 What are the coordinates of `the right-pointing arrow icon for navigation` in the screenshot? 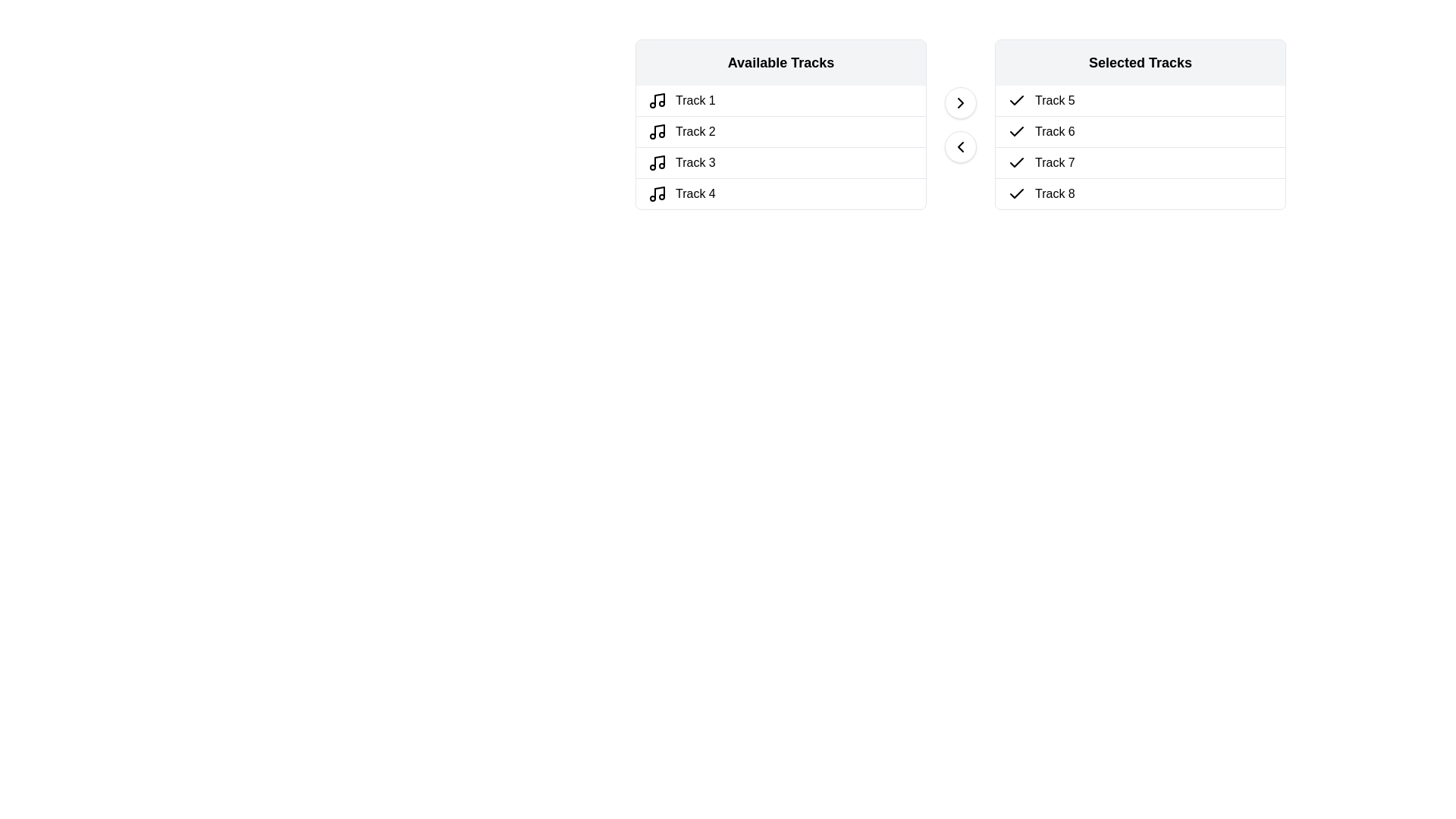 It's located at (960, 102).